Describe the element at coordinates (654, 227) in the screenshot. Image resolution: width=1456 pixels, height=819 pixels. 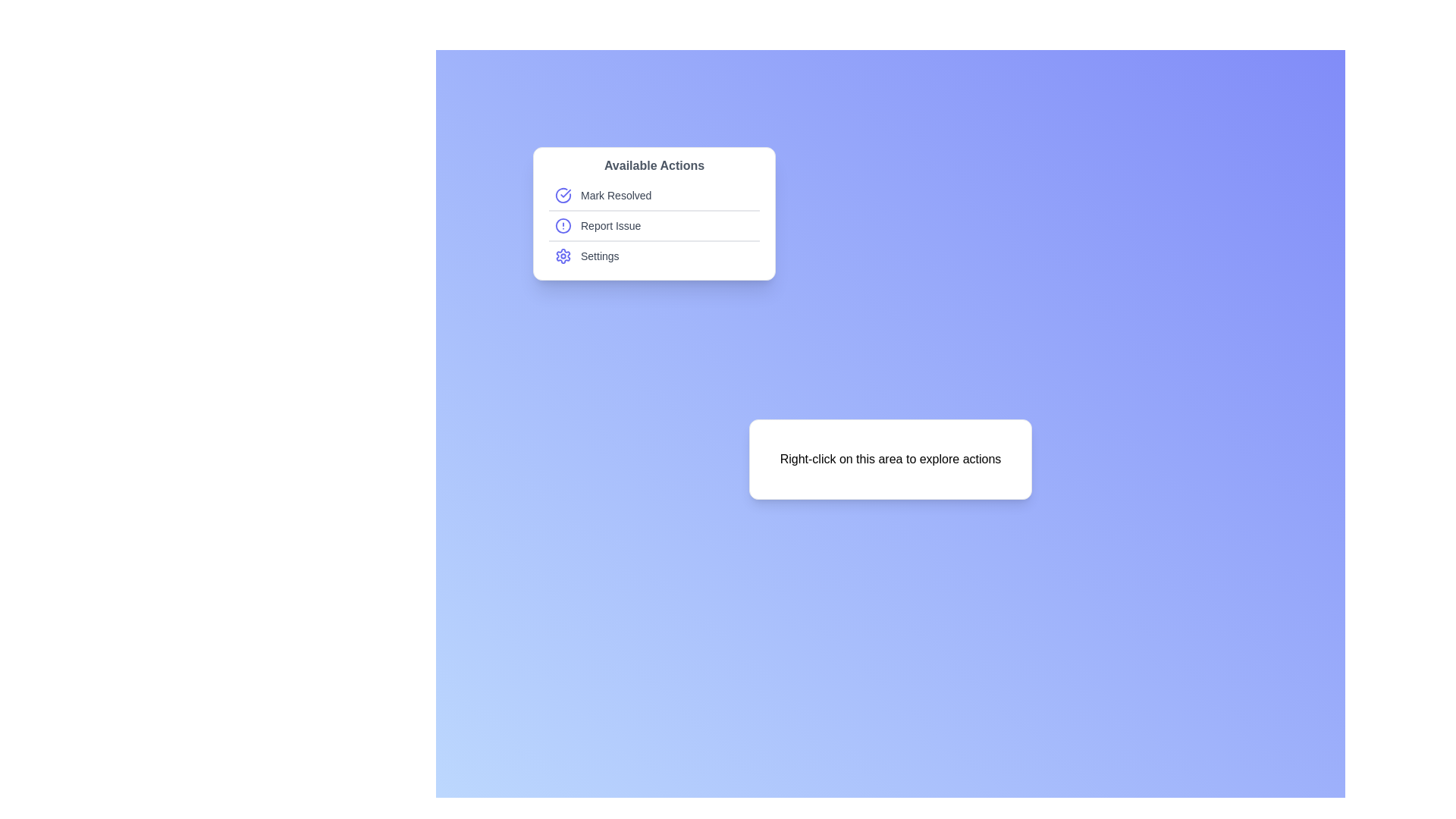
I see `the 'Report Issue' option in the context menu` at that location.